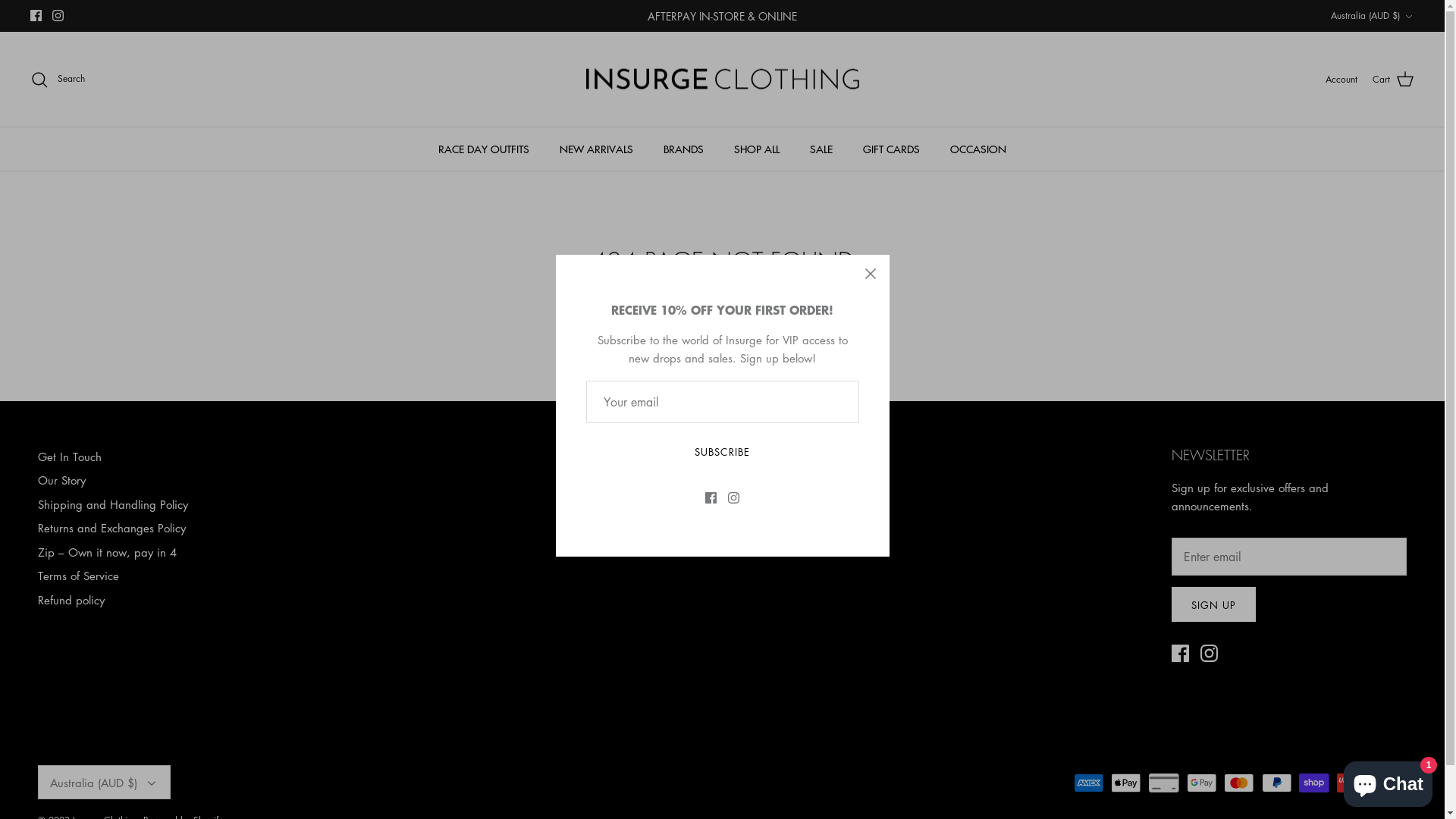 This screenshot has width=1456, height=819. Describe the element at coordinates (111, 504) in the screenshot. I see `'Shipping and Handling Policy'` at that location.